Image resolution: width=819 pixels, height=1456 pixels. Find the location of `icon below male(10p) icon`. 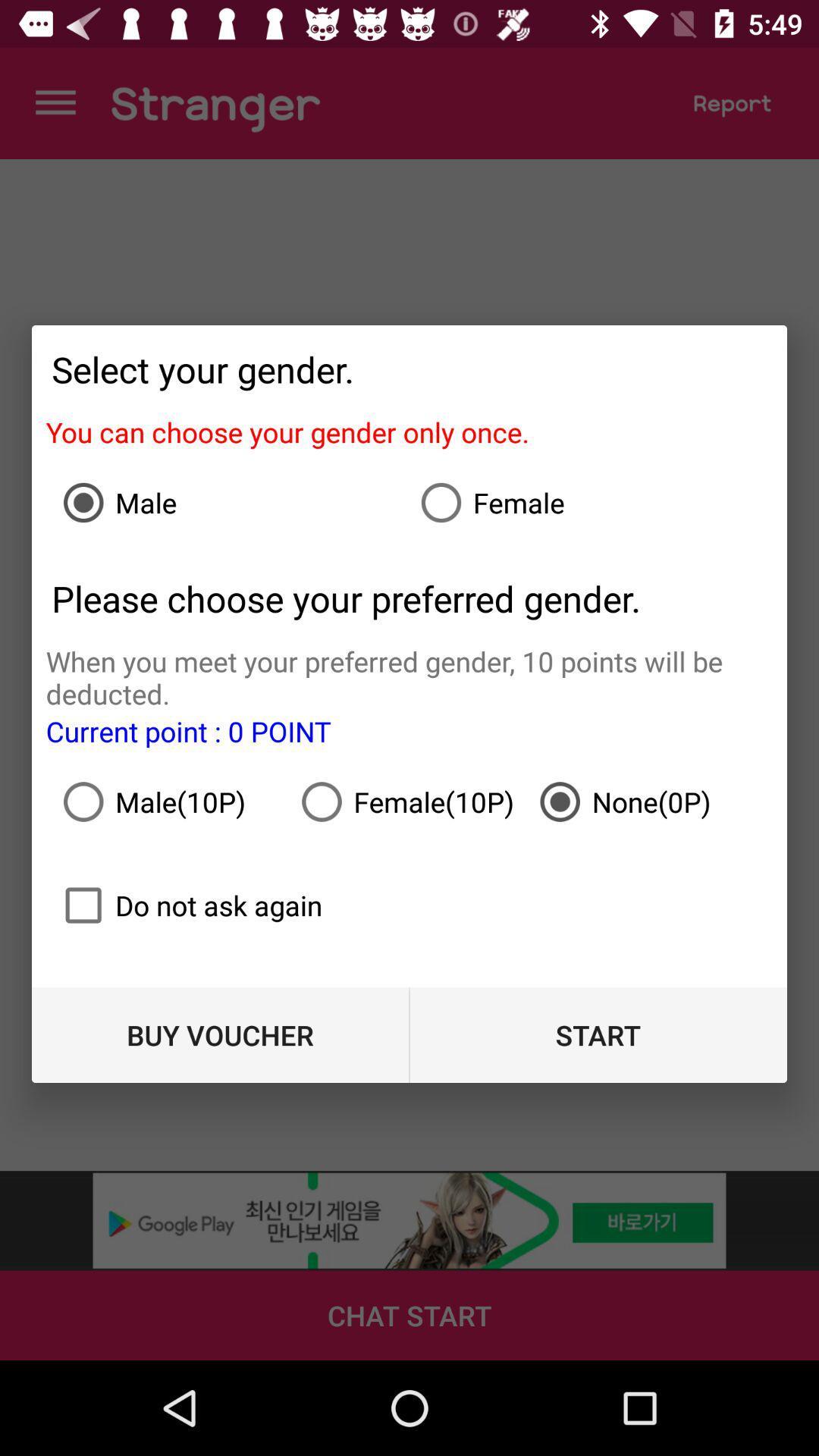

icon below male(10p) icon is located at coordinates (186, 905).